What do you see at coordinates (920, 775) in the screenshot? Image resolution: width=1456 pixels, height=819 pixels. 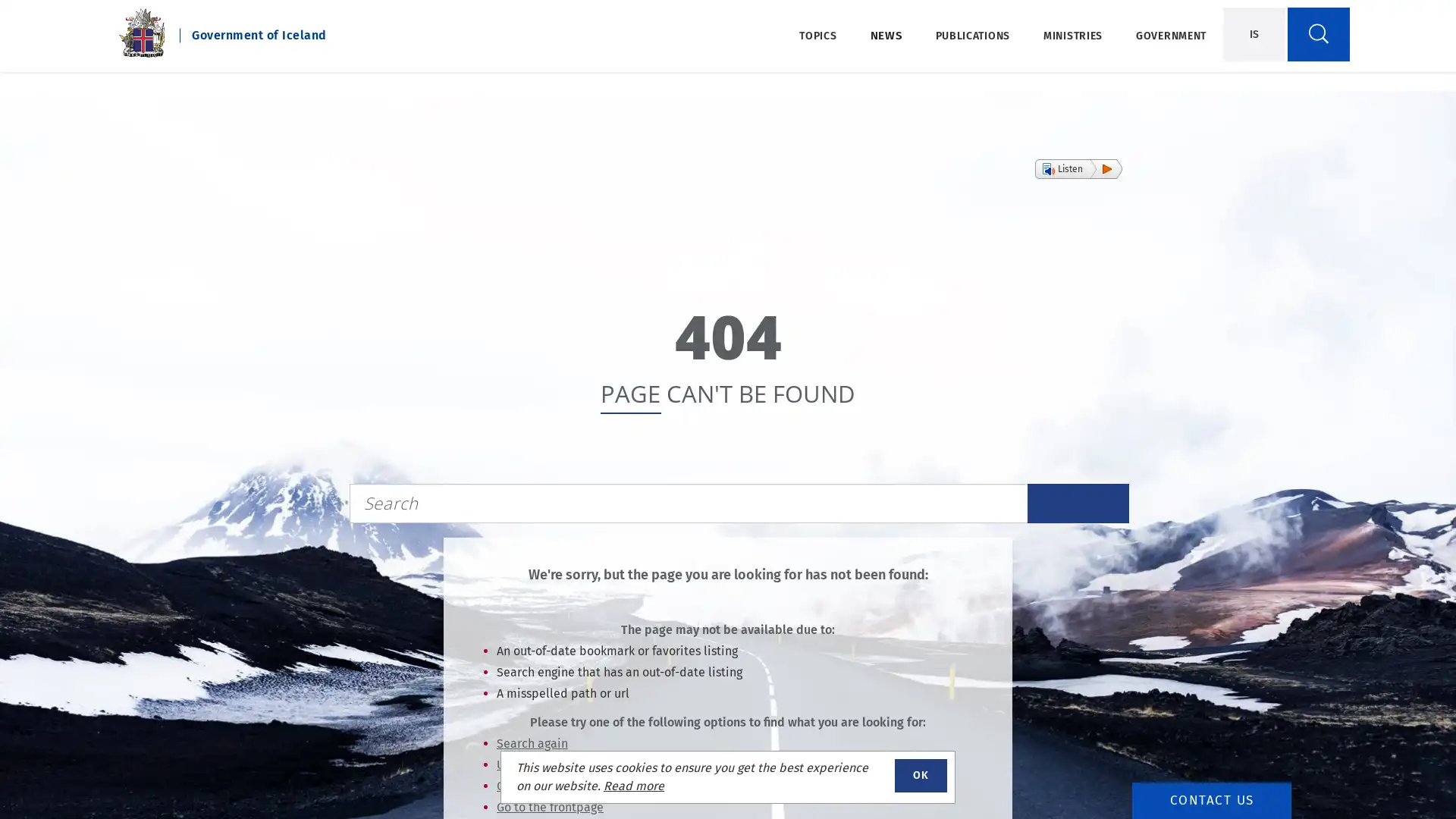 I see `OK` at bounding box center [920, 775].